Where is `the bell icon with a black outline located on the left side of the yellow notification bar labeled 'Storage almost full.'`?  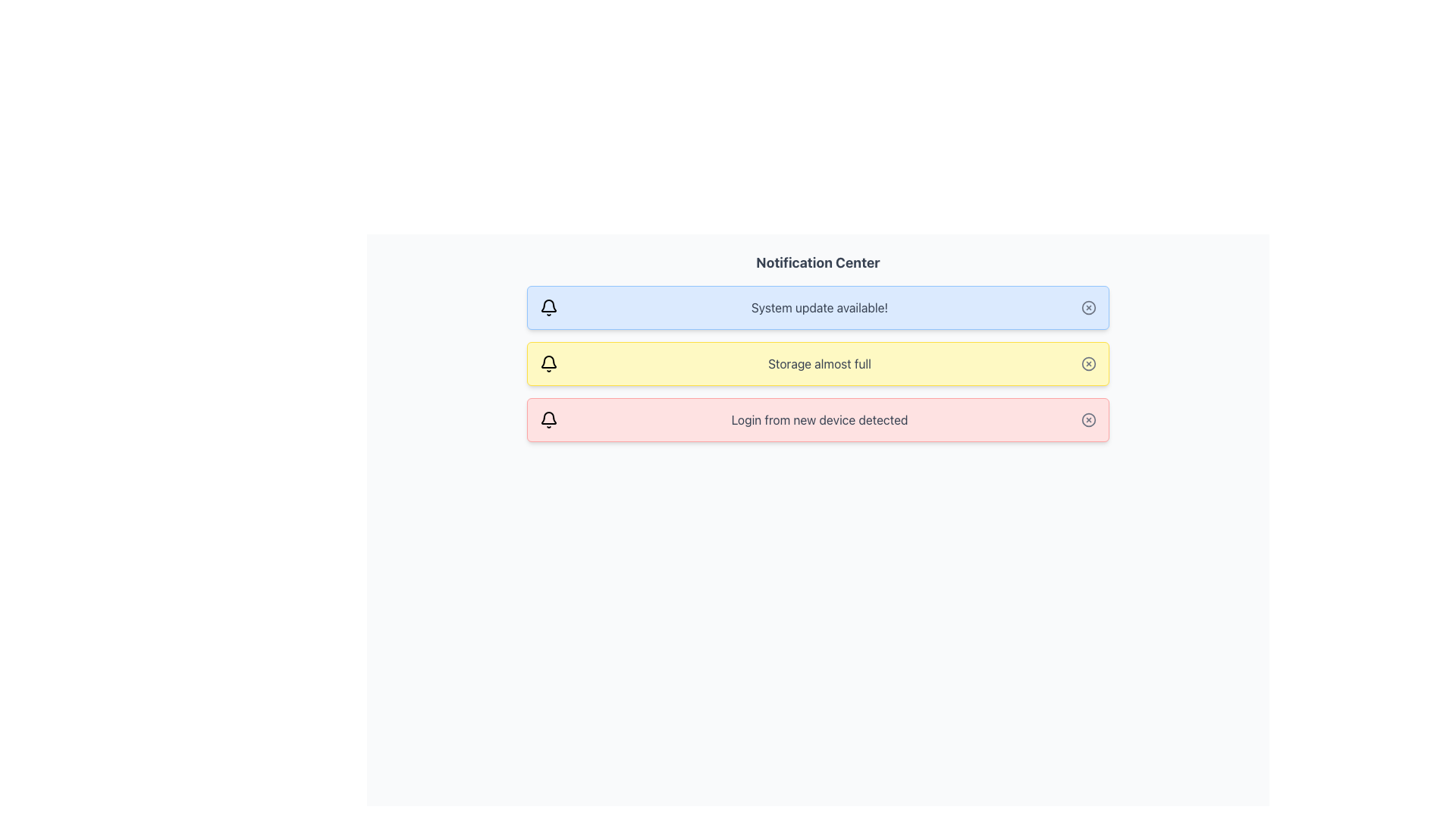 the bell icon with a black outline located on the left side of the yellow notification bar labeled 'Storage almost full.' is located at coordinates (548, 363).